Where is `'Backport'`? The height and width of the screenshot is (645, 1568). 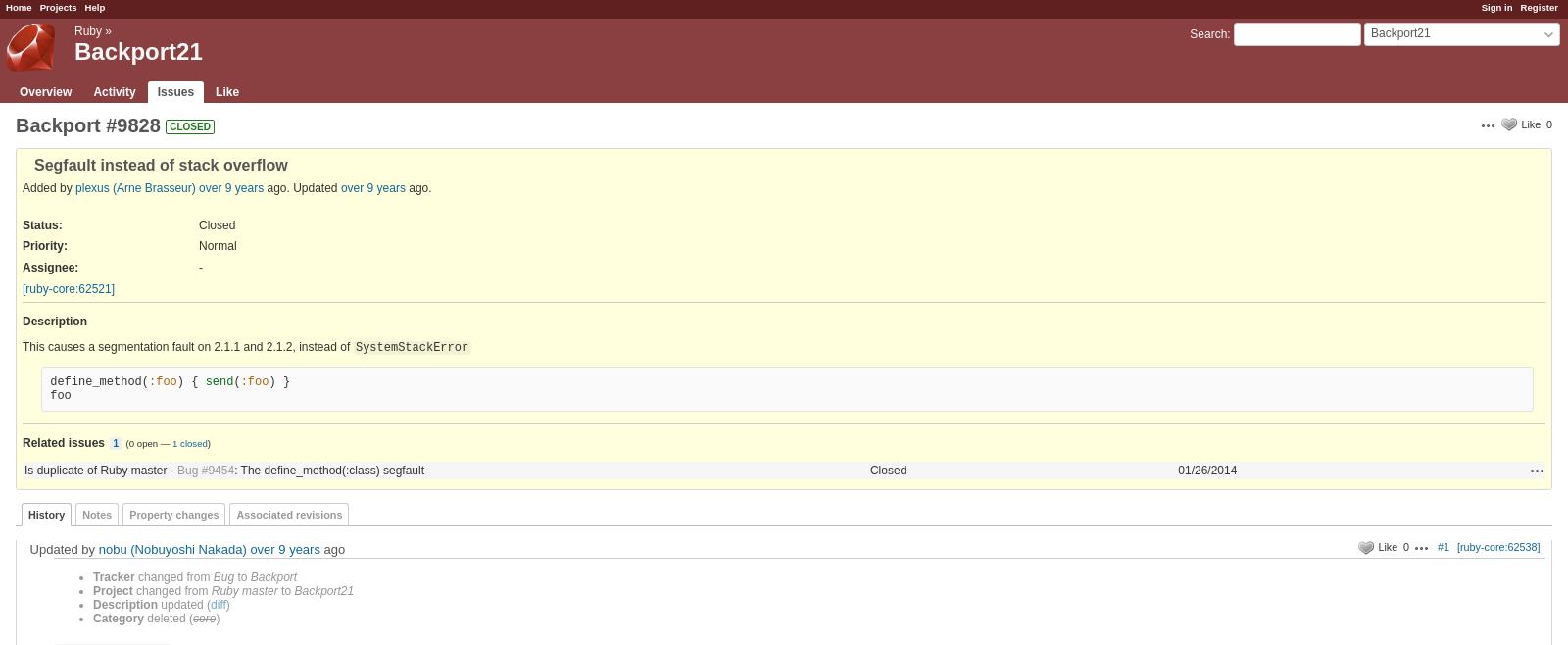 'Backport' is located at coordinates (273, 576).